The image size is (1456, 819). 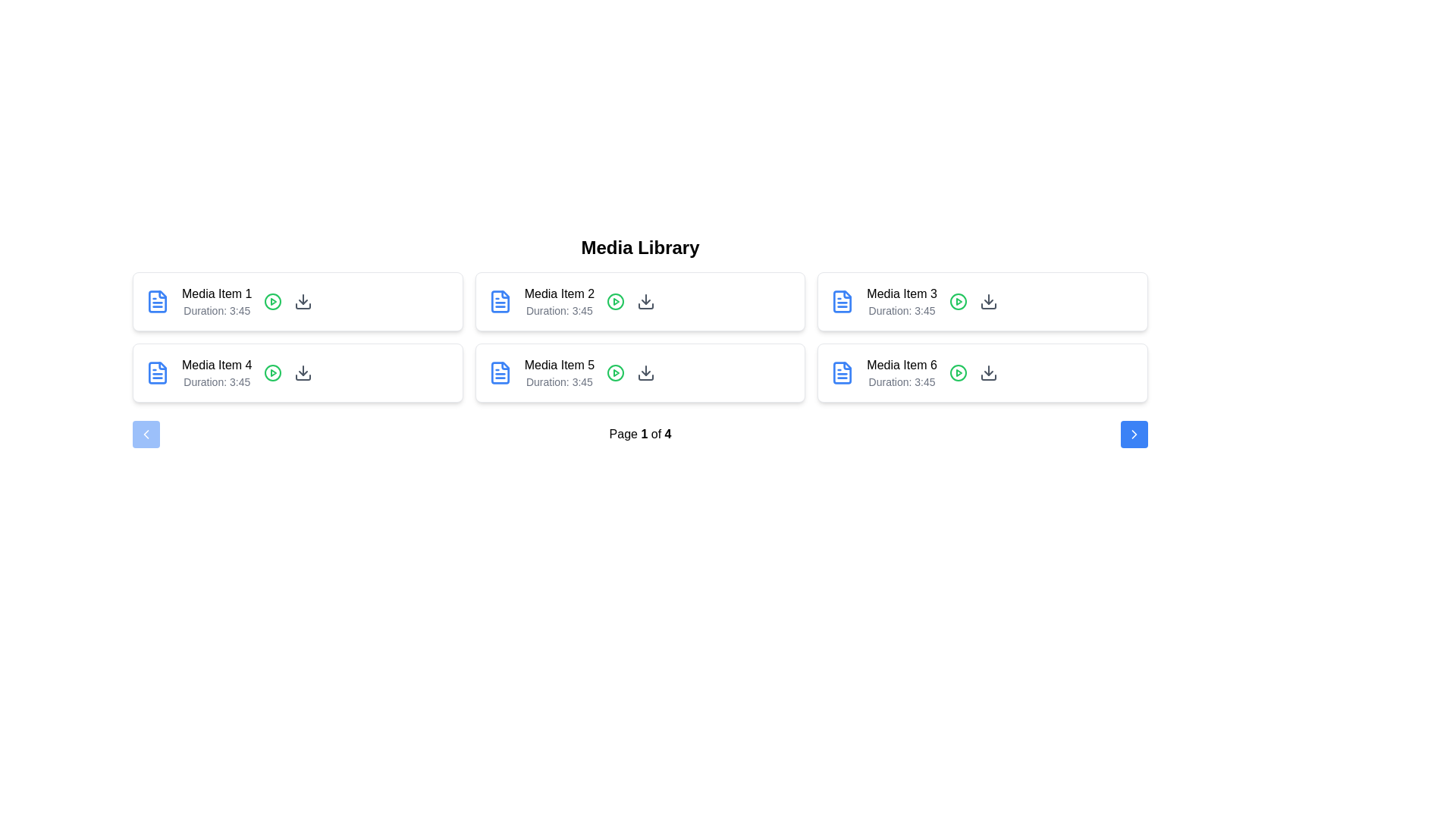 I want to click on decorative circle component of the SVG play button icon located in the top-left quadrant of the interface, adjacent to 'Media Item 1', so click(x=273, y=301).